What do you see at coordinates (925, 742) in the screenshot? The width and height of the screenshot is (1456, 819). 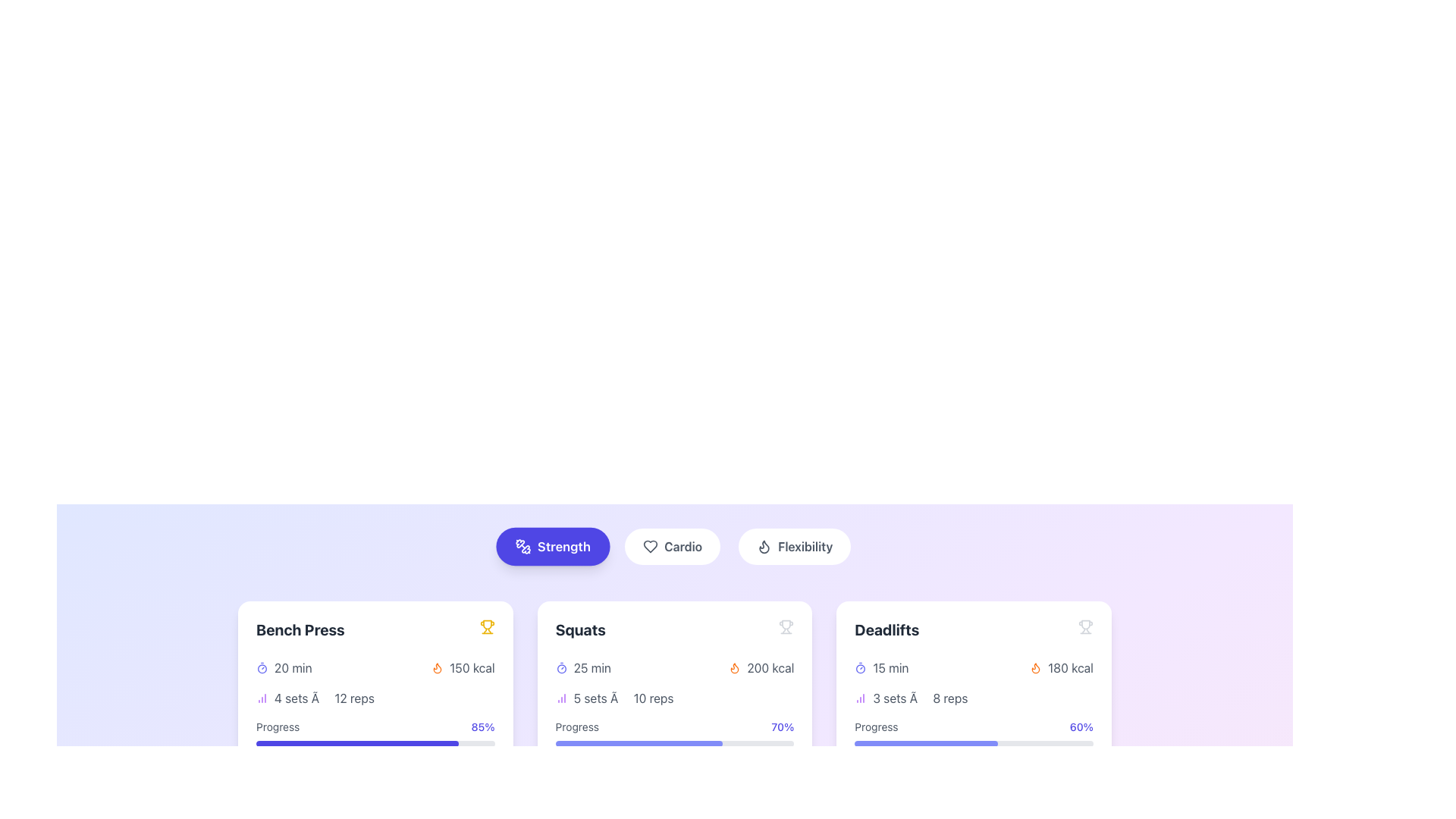 I see `the filled progress bar segment indicating 60% completion for the 'Deadlifts' exercise located at the bottom right of the progress bar` at bounding box center [925, 742].